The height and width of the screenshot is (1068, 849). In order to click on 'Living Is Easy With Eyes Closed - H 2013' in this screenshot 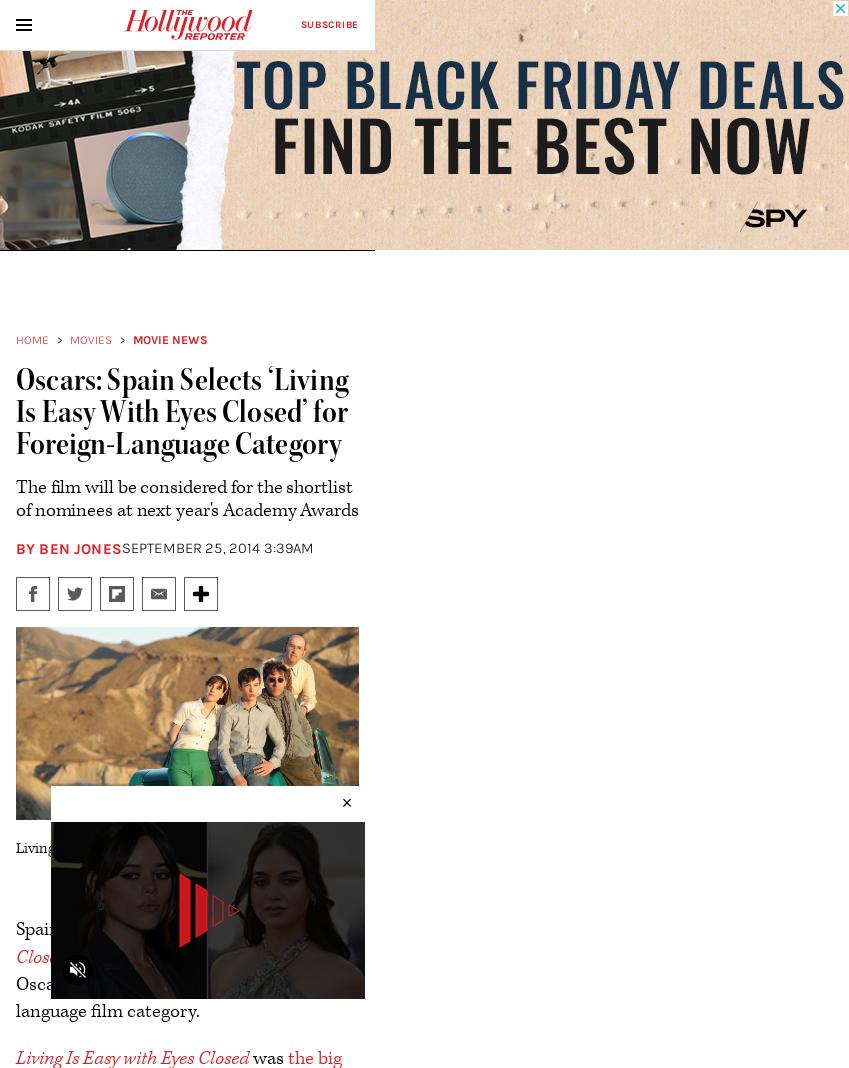, I will do `click(139, 847)`.